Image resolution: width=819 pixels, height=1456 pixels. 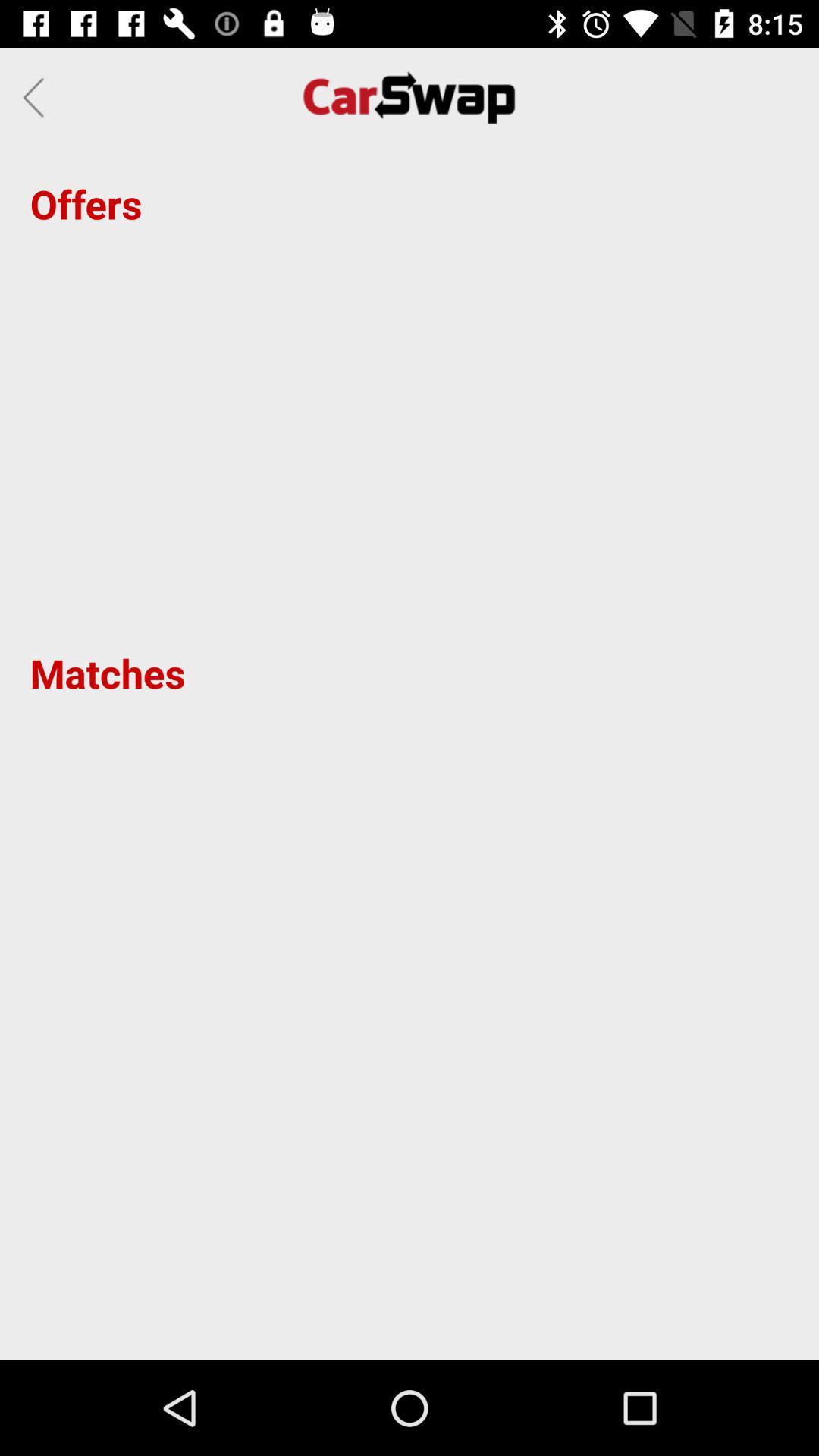 I want to click on go back, so click(x=37, y=96).